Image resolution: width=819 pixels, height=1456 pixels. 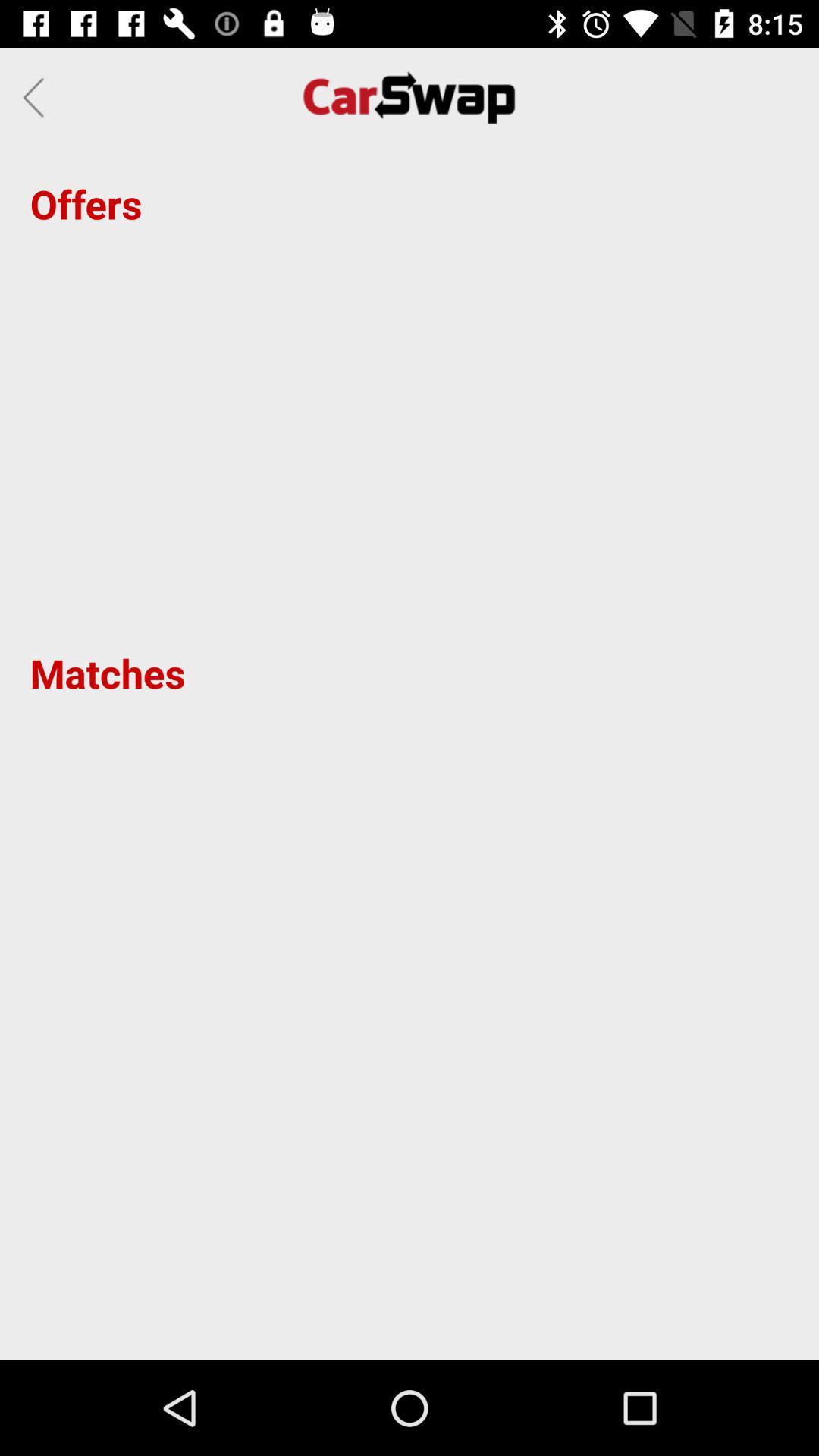 I want to click on go back, so click(x=37, y=96).